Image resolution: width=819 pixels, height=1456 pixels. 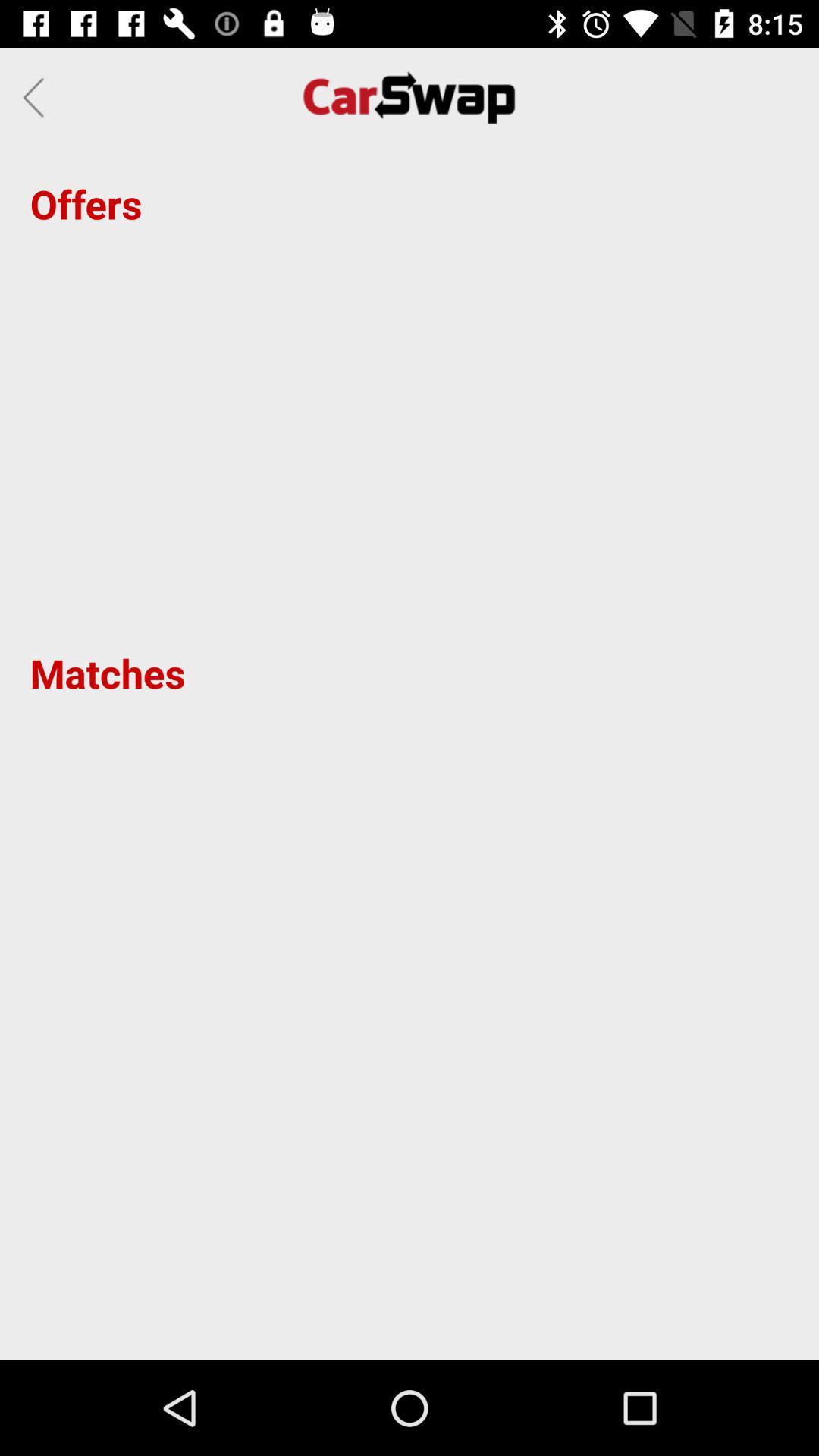 I want to click on go back, so click(x=37, y=96).